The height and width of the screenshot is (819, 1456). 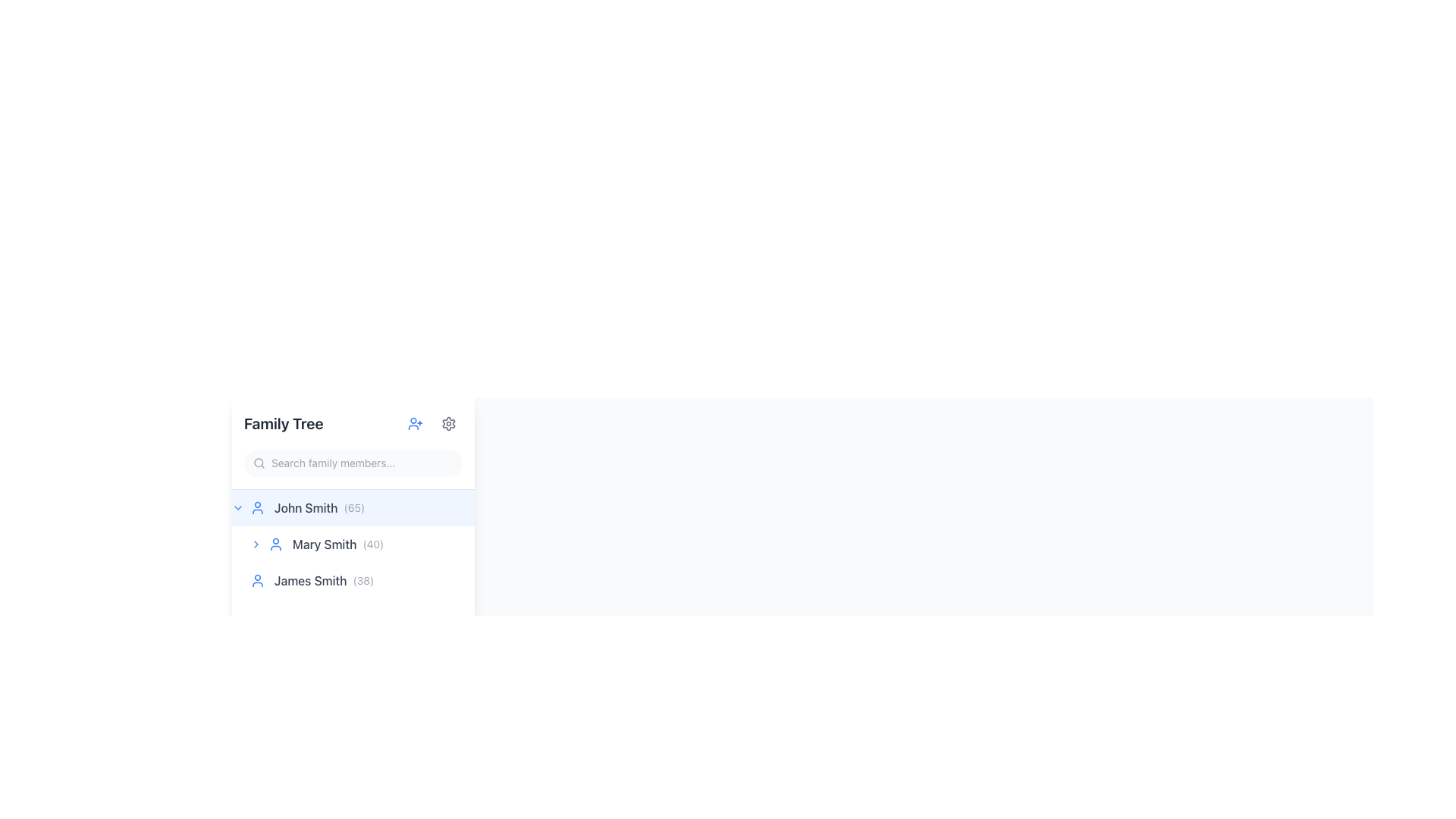 What do you see at coordinates (373, 543) in the screenshot?
I see `the static text displaying '(40)' which is adjacent to 'Mary Smith' in the family tree UI component` at bounding box center [373, 543].